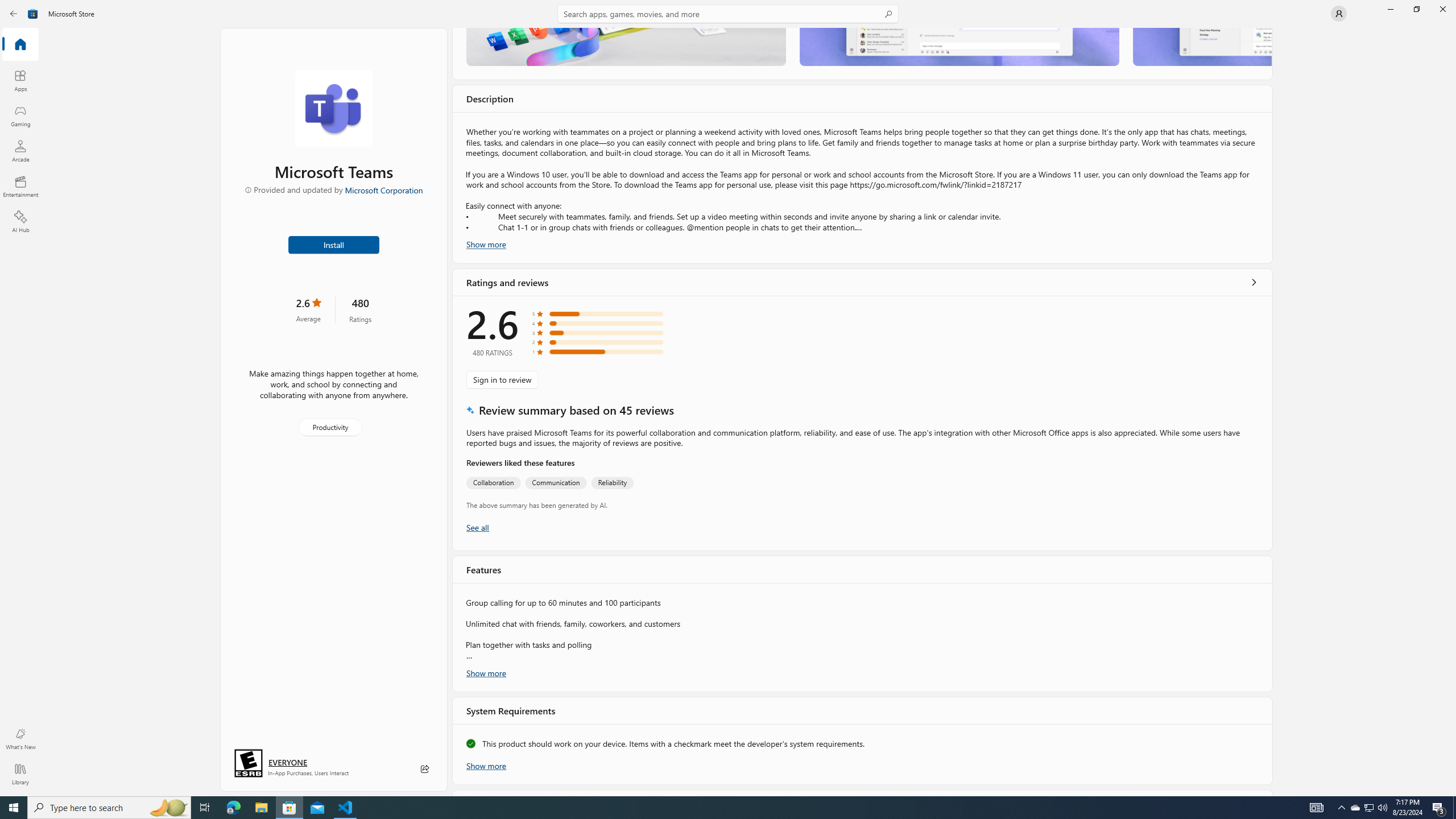  Describe the element at coordinates (1416, 9) in the screenshot. I see `'Restore Microsoft Store'` at that location.